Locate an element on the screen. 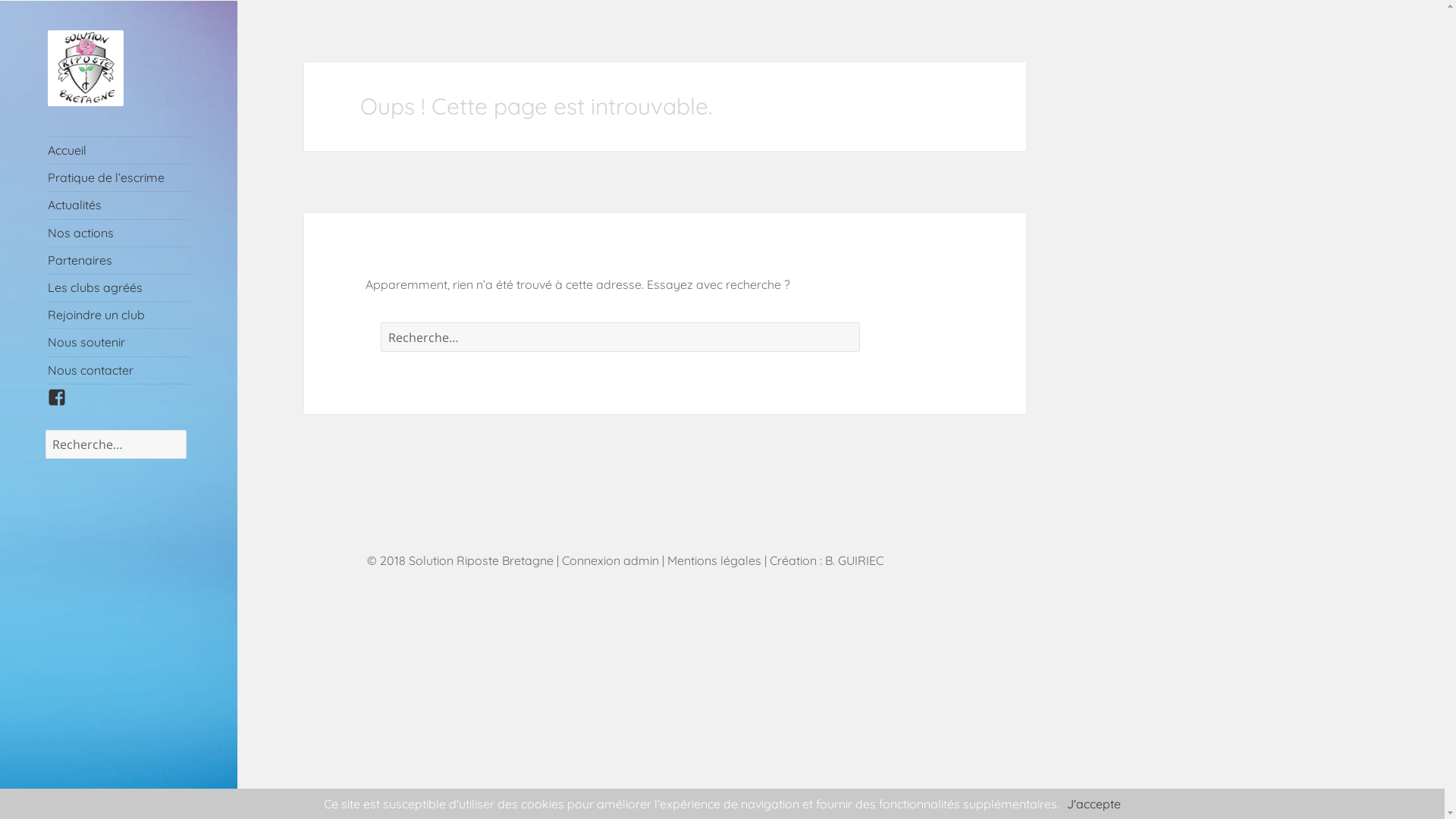 The image size is (1456, 819). 'Partenaires' is located at coordinates (118, 259).